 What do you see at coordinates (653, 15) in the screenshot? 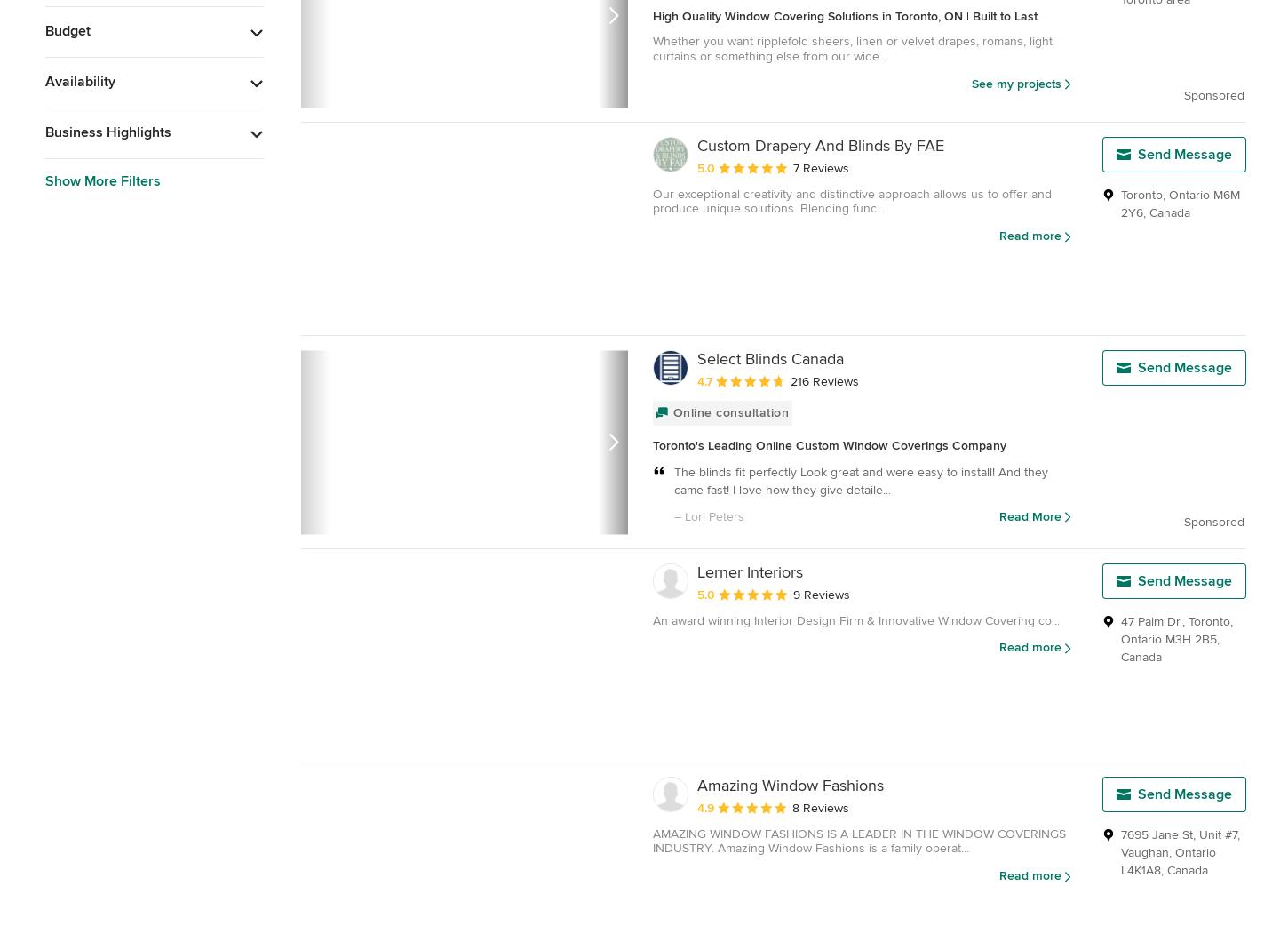
I see `'High Quality Window Covering Solutions in Toronto, ON | Built to Last'` at bounding box center [653, 15].